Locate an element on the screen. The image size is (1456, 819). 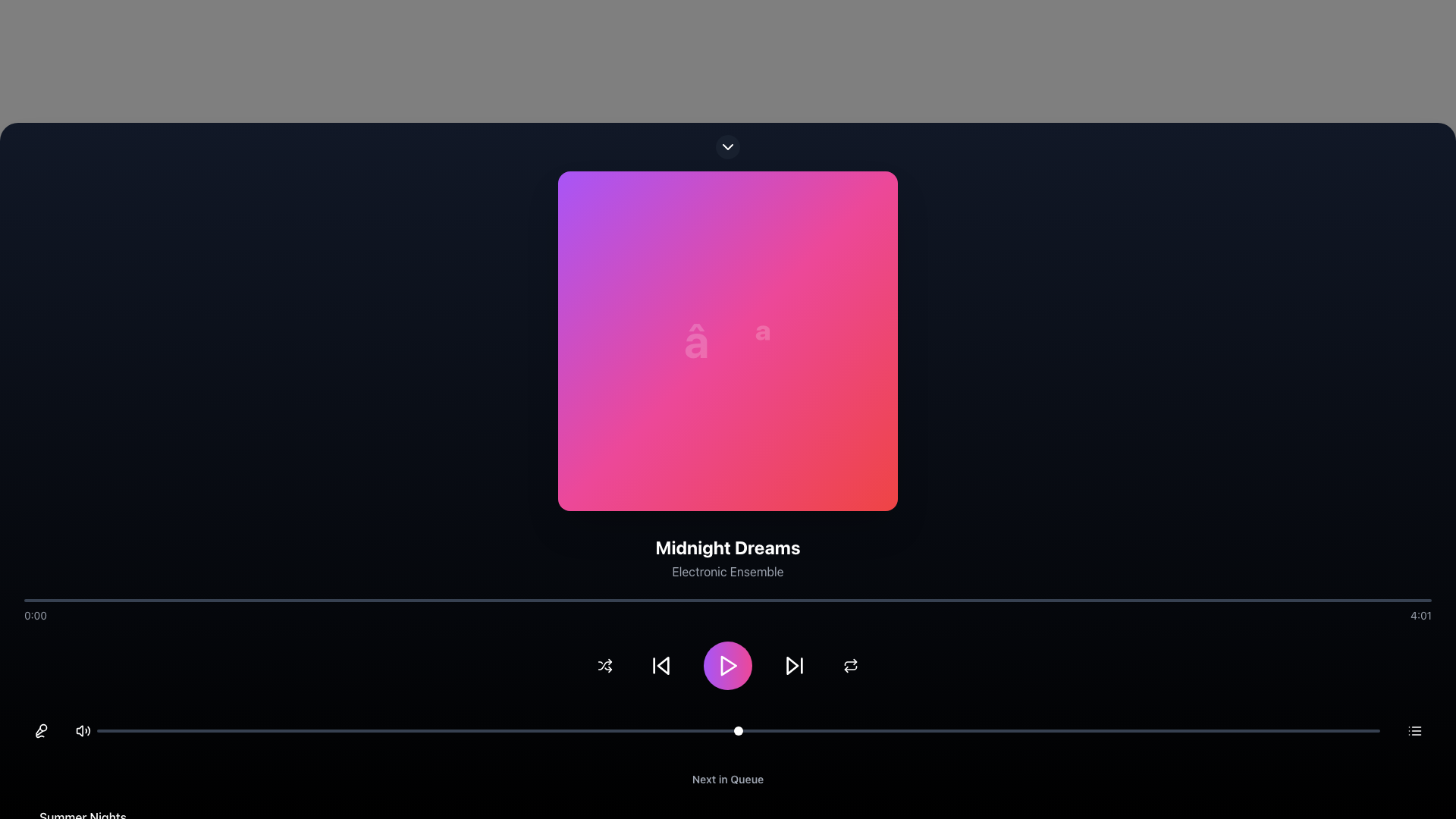
the slider value is located at coordinates (251, 730).